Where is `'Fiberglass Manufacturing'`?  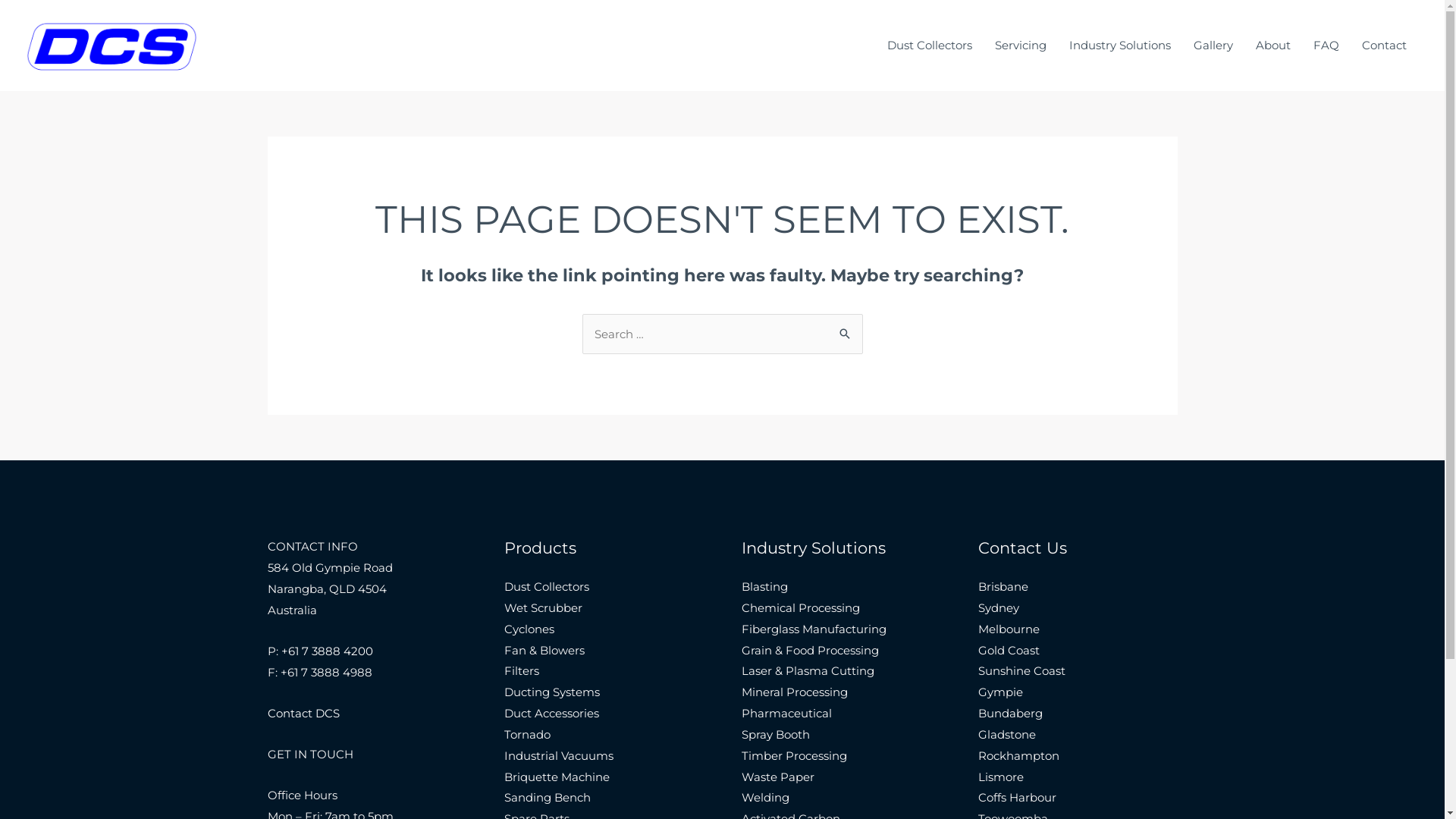
'Fiberglass Manufacturing' is located at coordinates (813, 629).